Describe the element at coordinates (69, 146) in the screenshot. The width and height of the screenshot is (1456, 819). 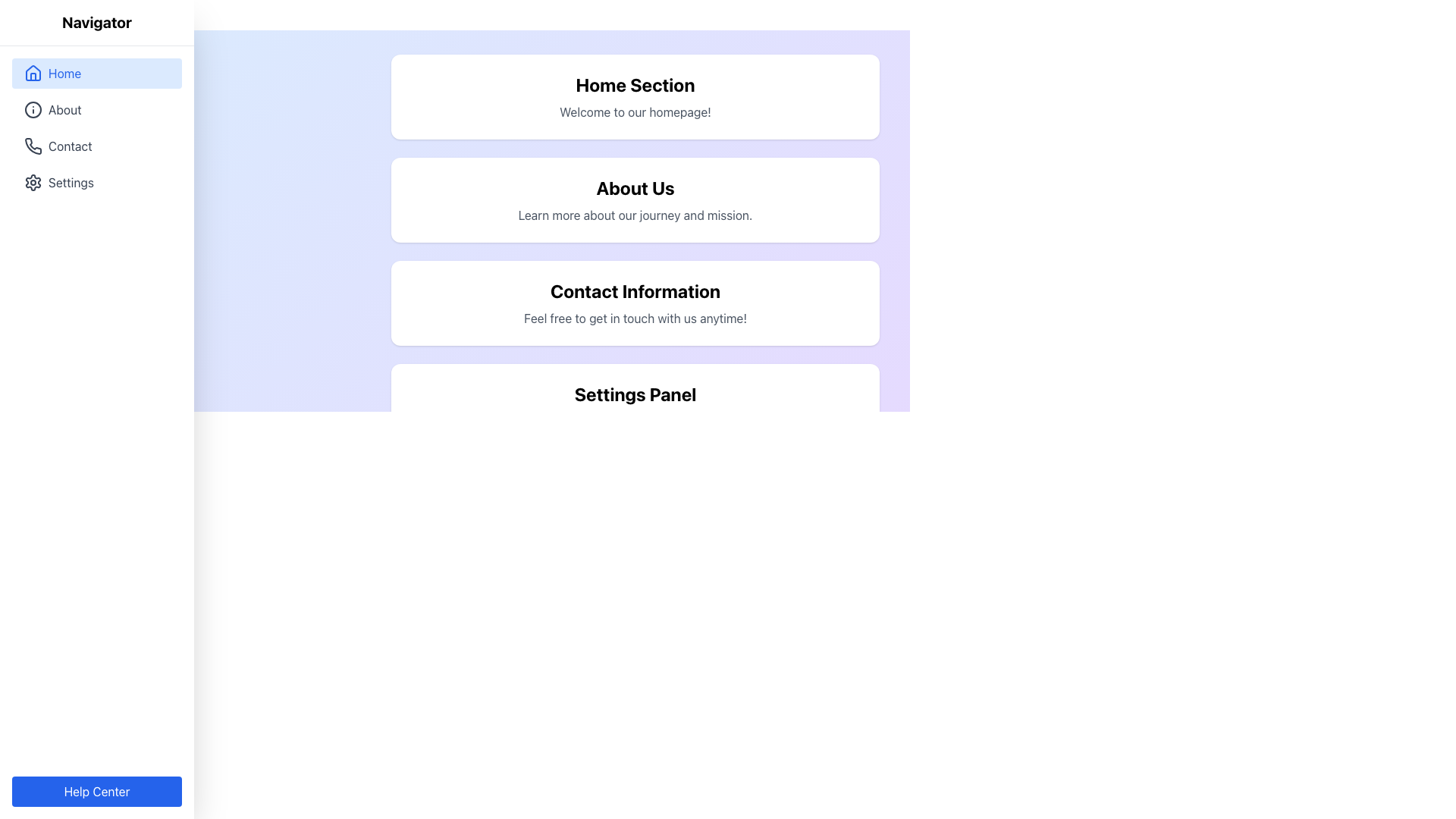
I see `the 'Contact' text label in the left-side navigation panel, which is located below the 'About' item and above the 'Settings' item` at that location.